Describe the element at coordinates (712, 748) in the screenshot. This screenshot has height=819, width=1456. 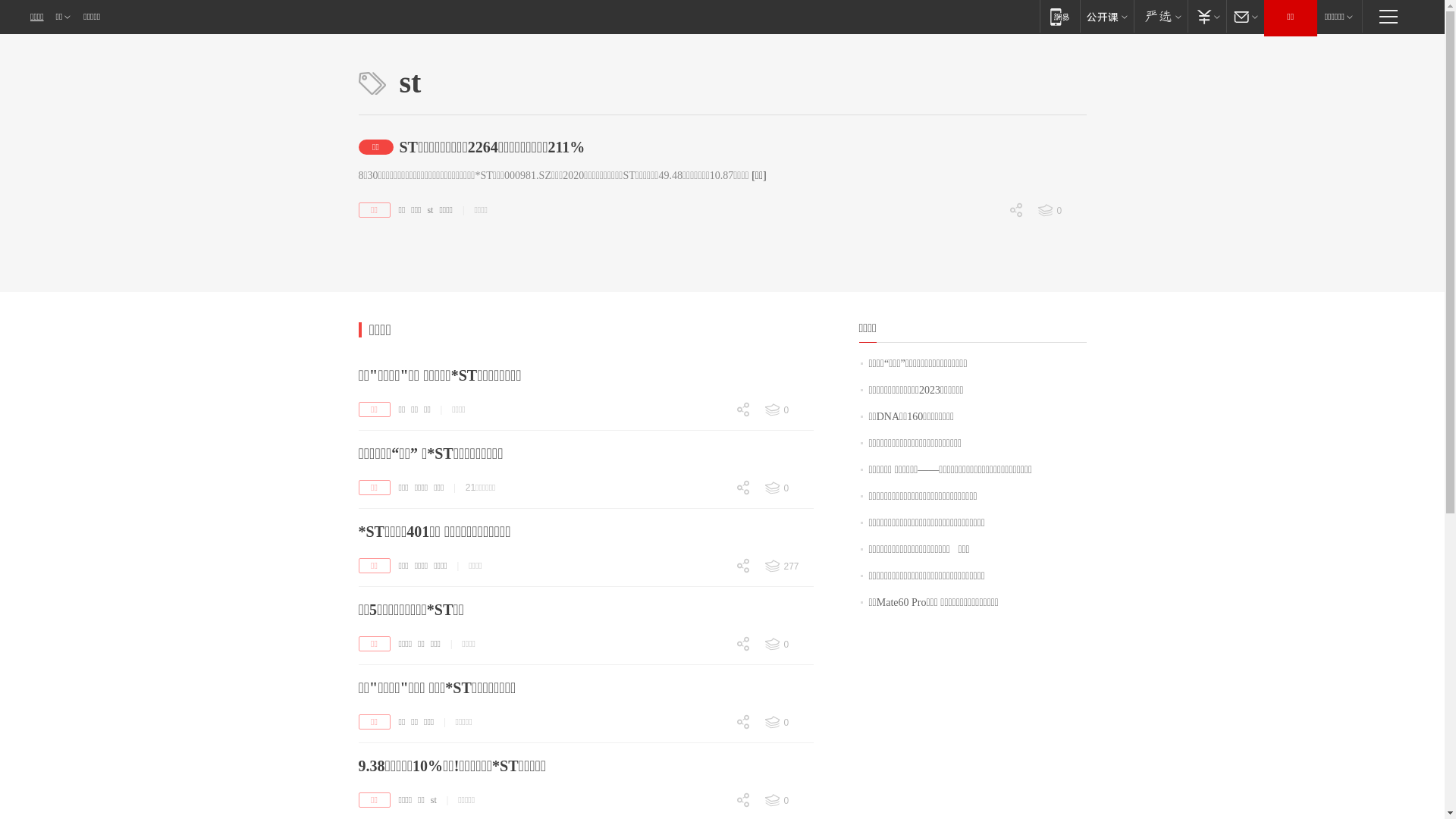
I see `'0'` at that location.